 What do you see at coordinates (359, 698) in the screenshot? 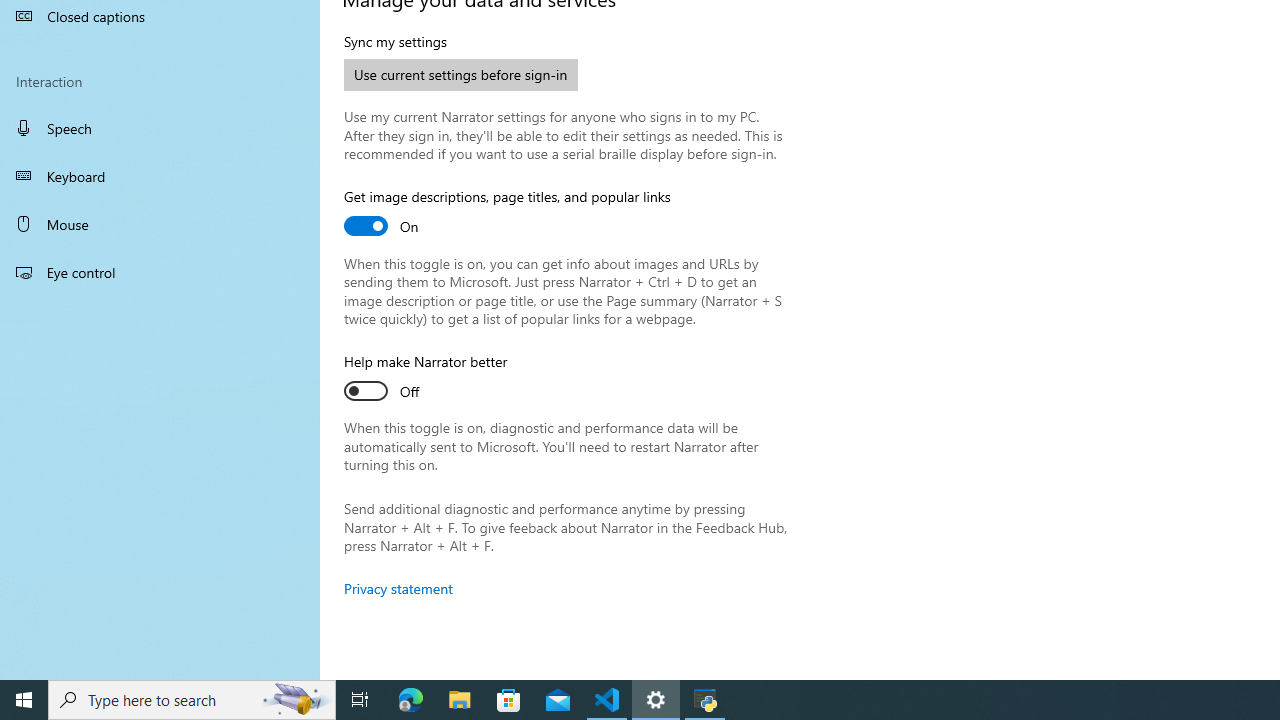
I see `'Task View'` at bounding box center [359, 698].